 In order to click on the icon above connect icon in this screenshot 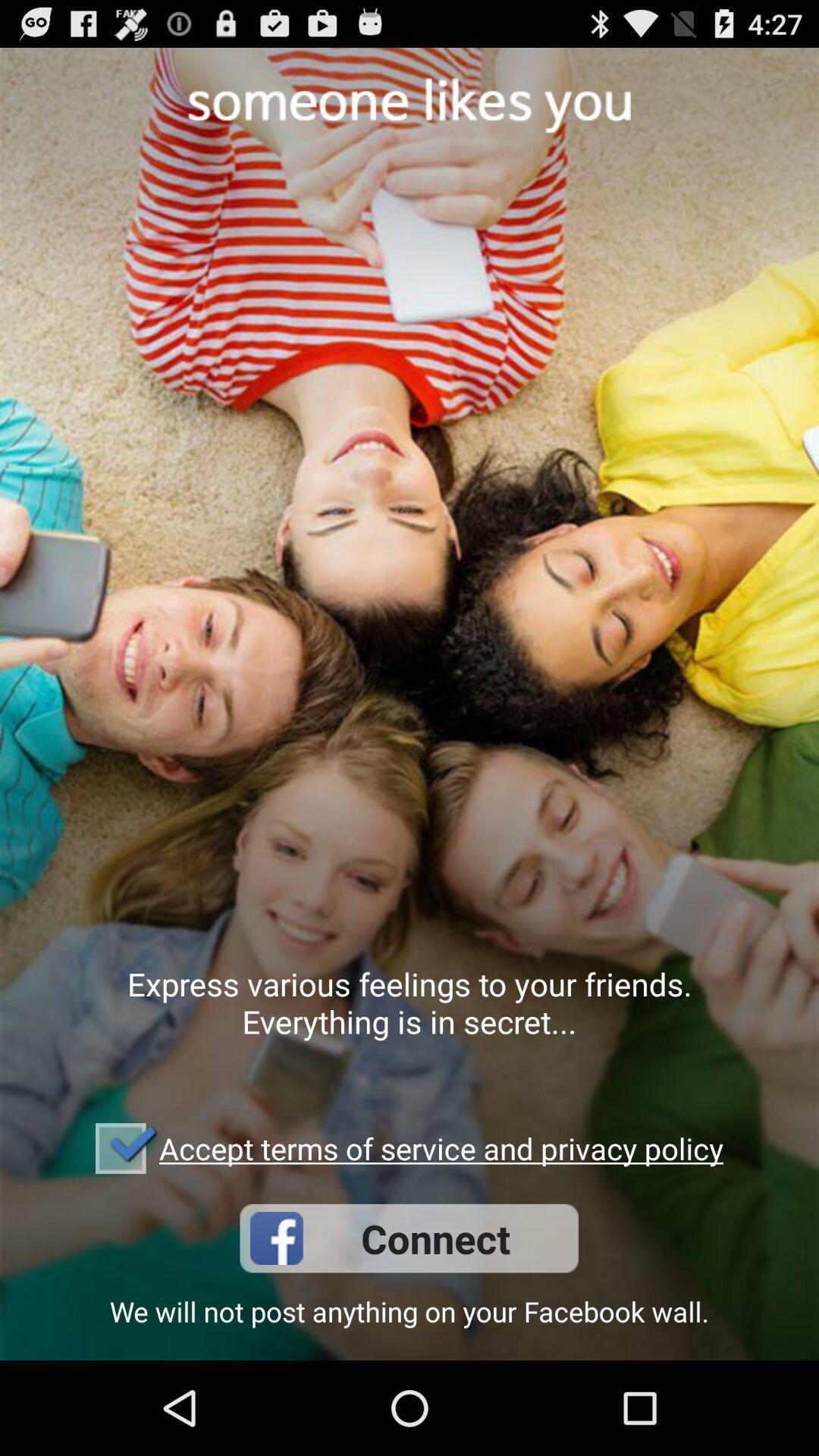, I will do `click(441, 1148)`.